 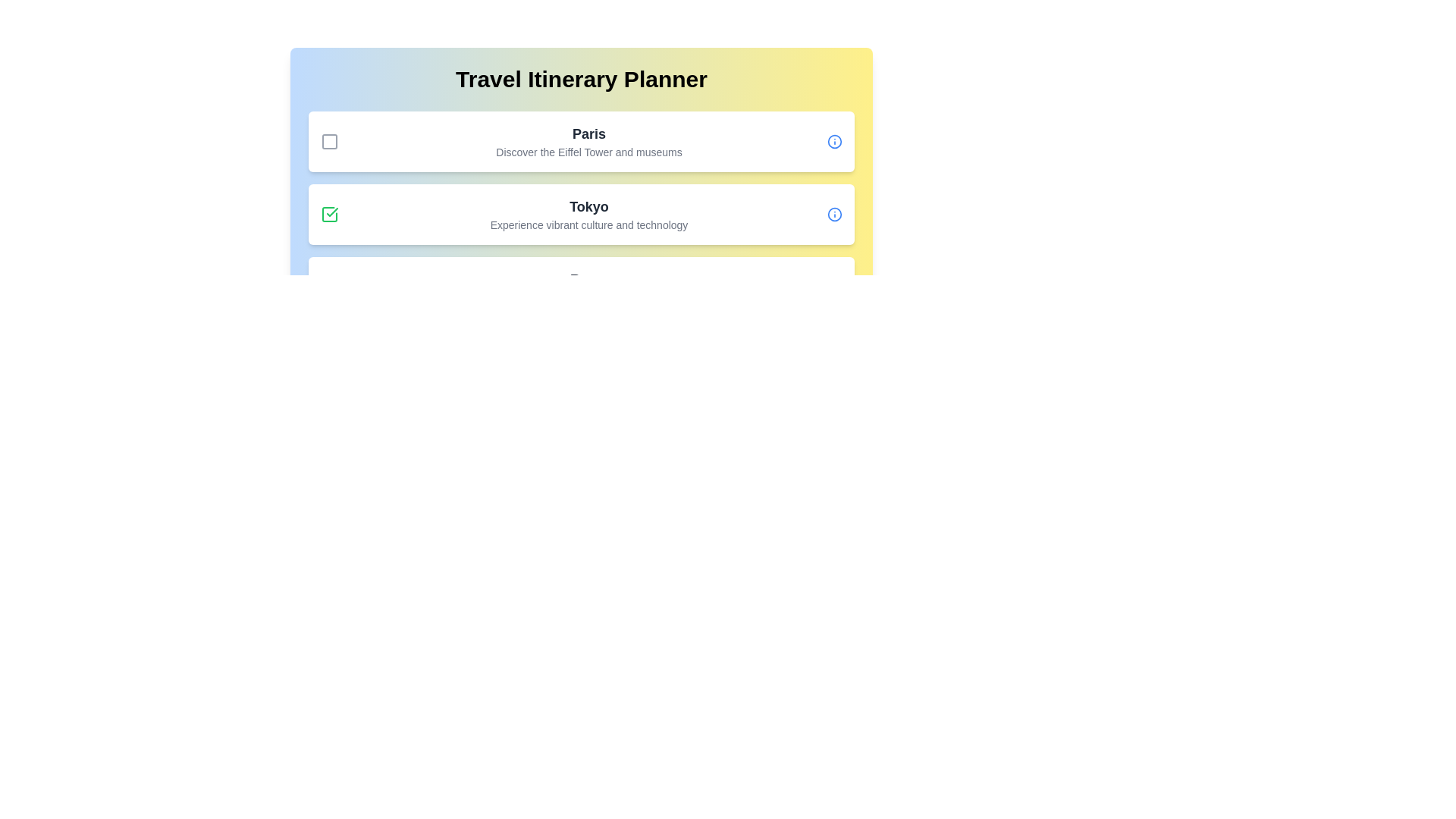 What do you see at coordinates (588, 141) in the screenshot?
I see `the informational text block displaying 'Paris' and its description to highlight the text` at bounding box center [588, 141].